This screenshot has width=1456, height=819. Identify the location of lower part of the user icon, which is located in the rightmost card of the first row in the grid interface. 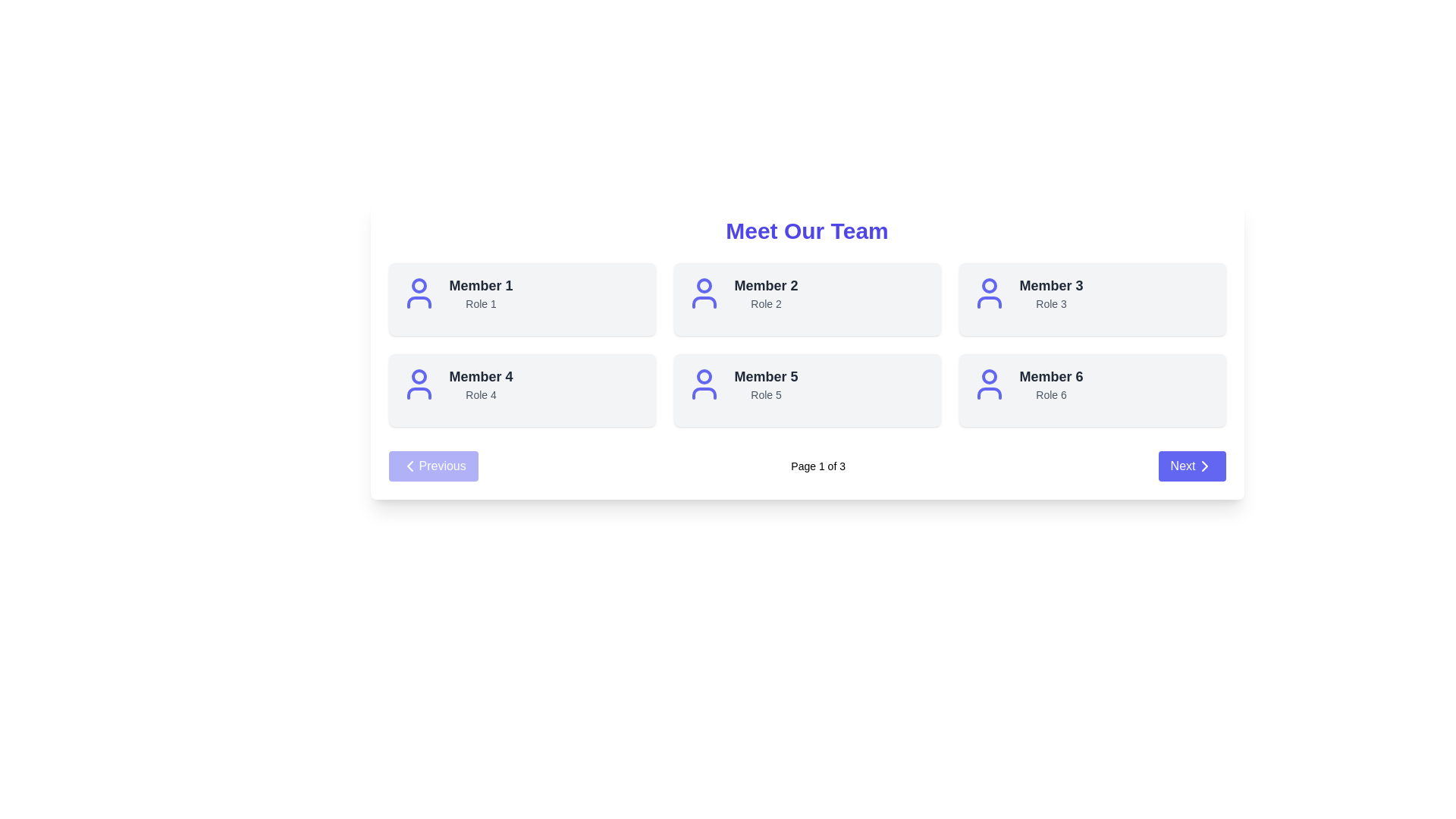
(989, 302).